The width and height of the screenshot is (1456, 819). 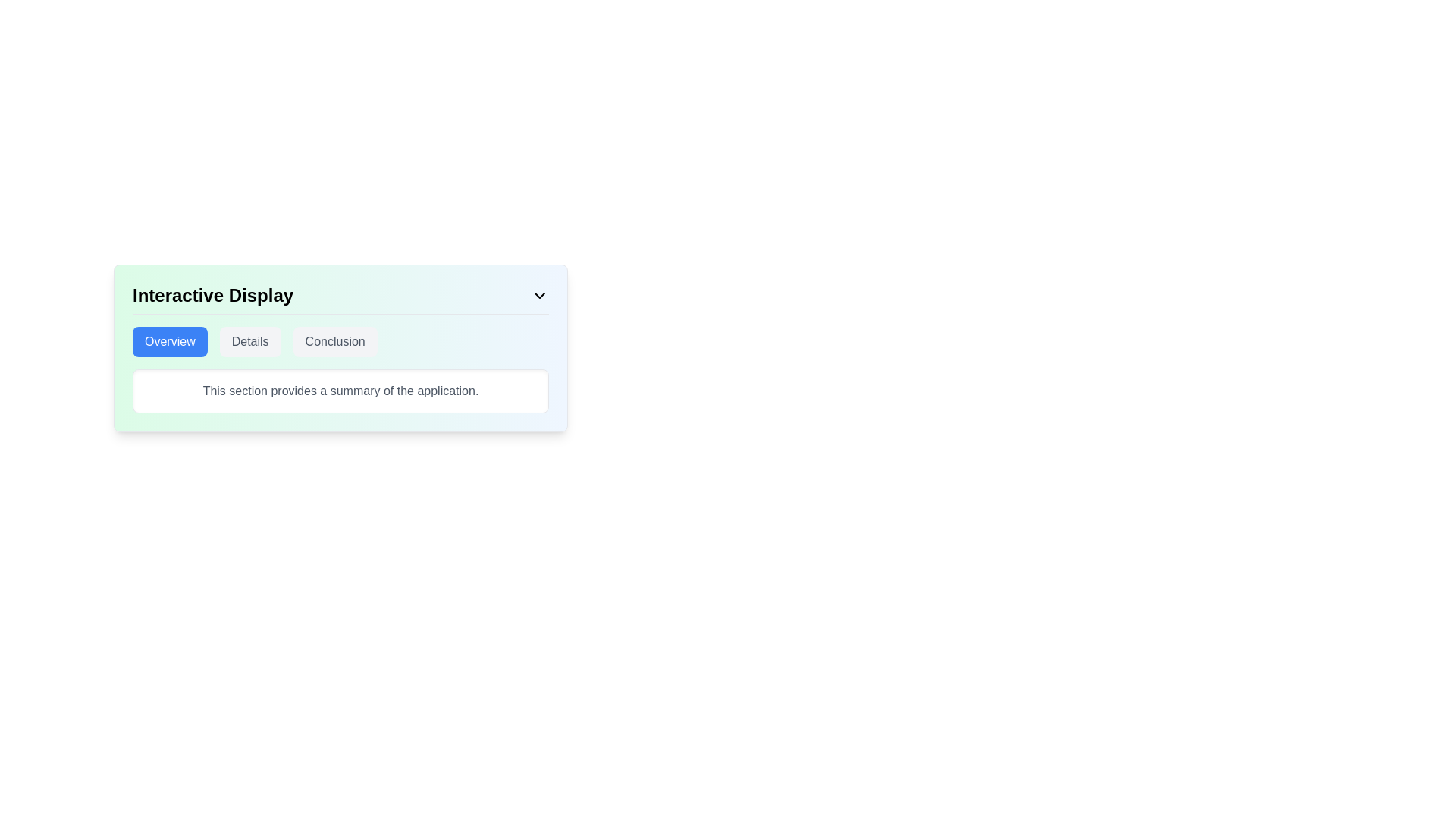 What do you see at coordinates (334, 342) in the screenshot?
I see `the 'Conclusion' button, which is the third button in a sequence of three buttons labeled 'Overview', 'Details', and 'Conclusion', located near the top of the interface's central content area` at bounding box center [334, 342].